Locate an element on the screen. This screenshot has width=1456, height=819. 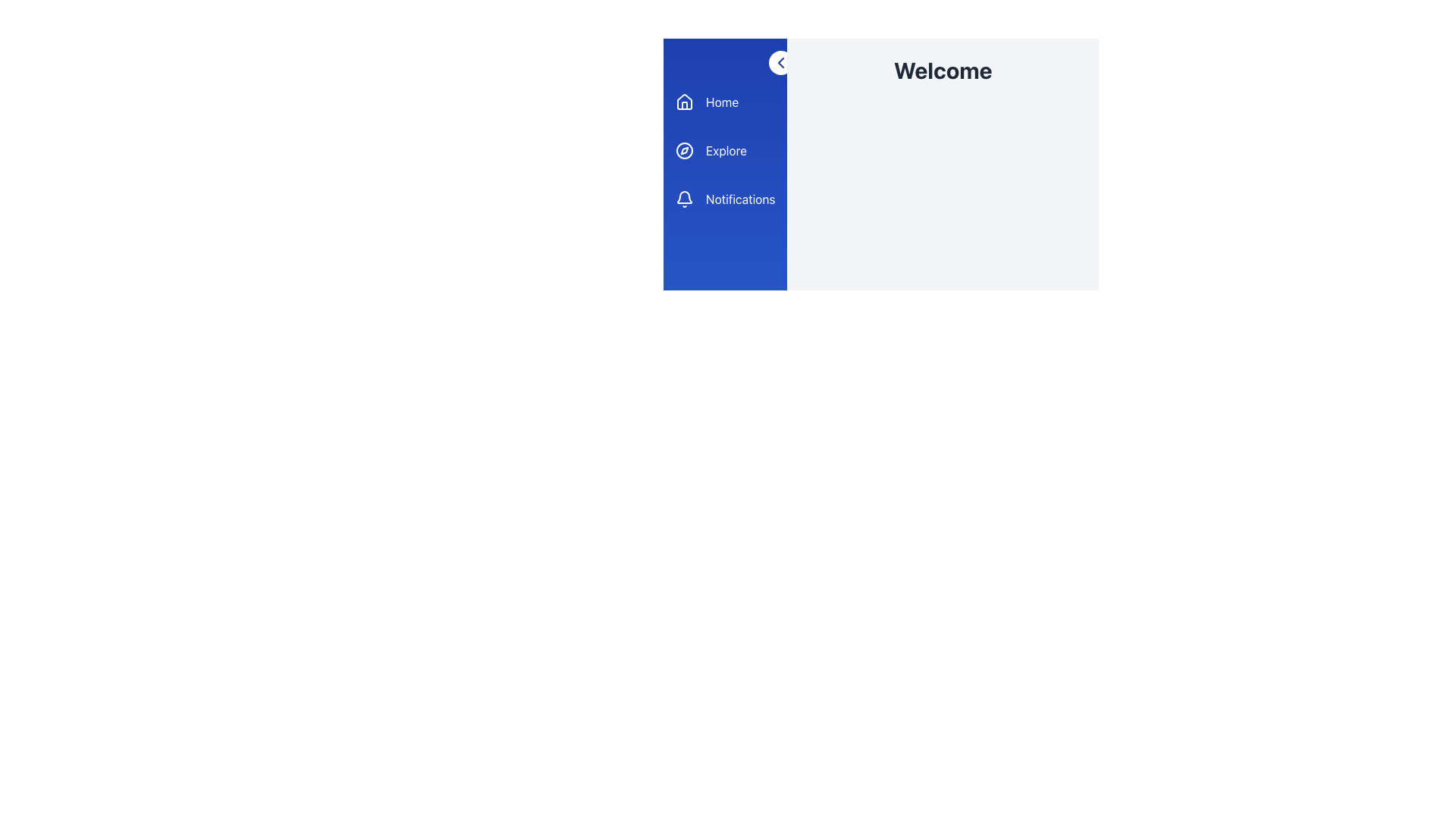
the 'Explore' button, which is a rectangular button with a blue background, white text, and a compass icon, located below the 'Home' button in the vertical navigation bar is located at coordinates (710, 151).